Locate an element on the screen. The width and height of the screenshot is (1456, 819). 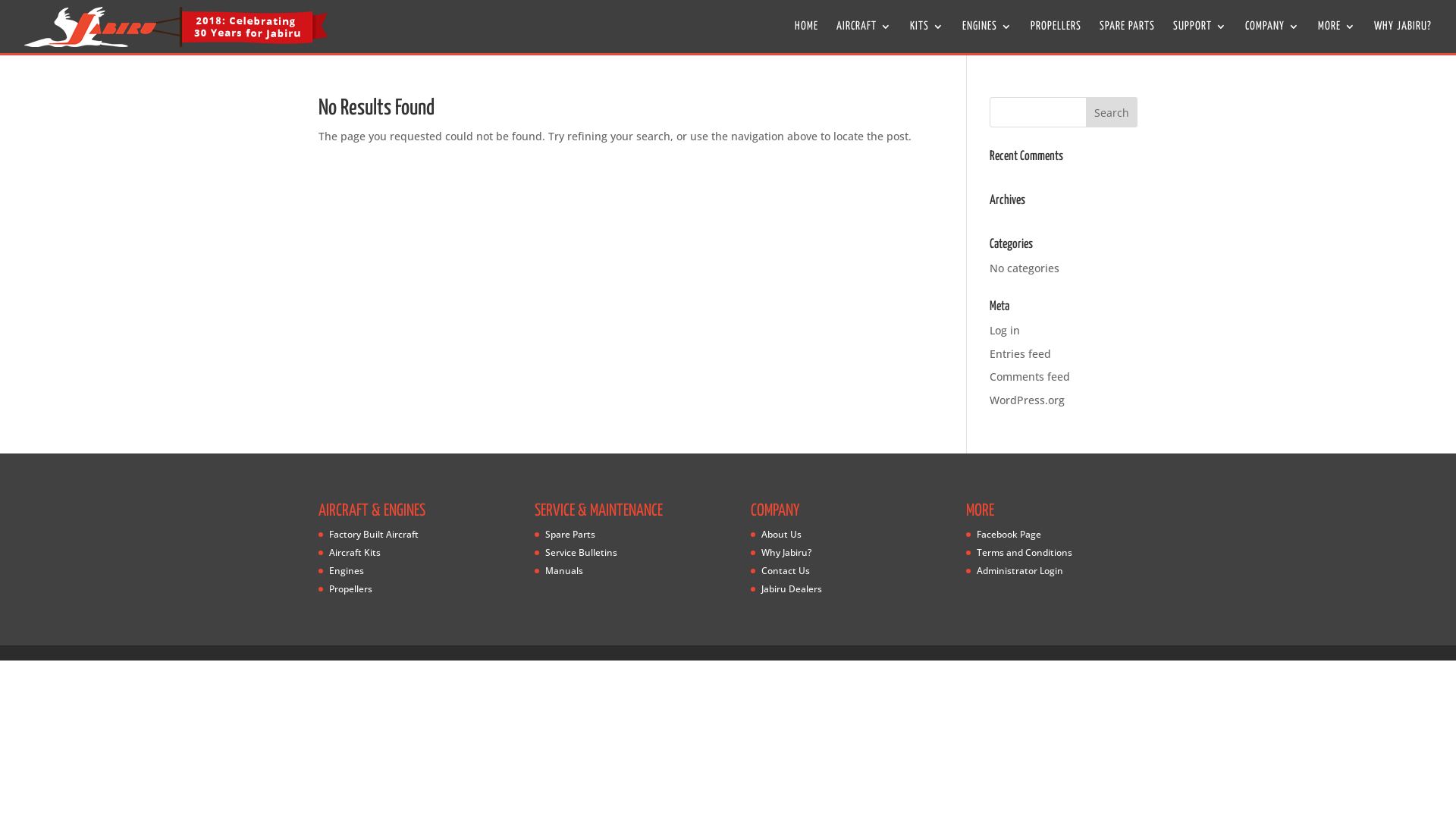
'SPARE PARTS' is located at coordinates (1127, 36).